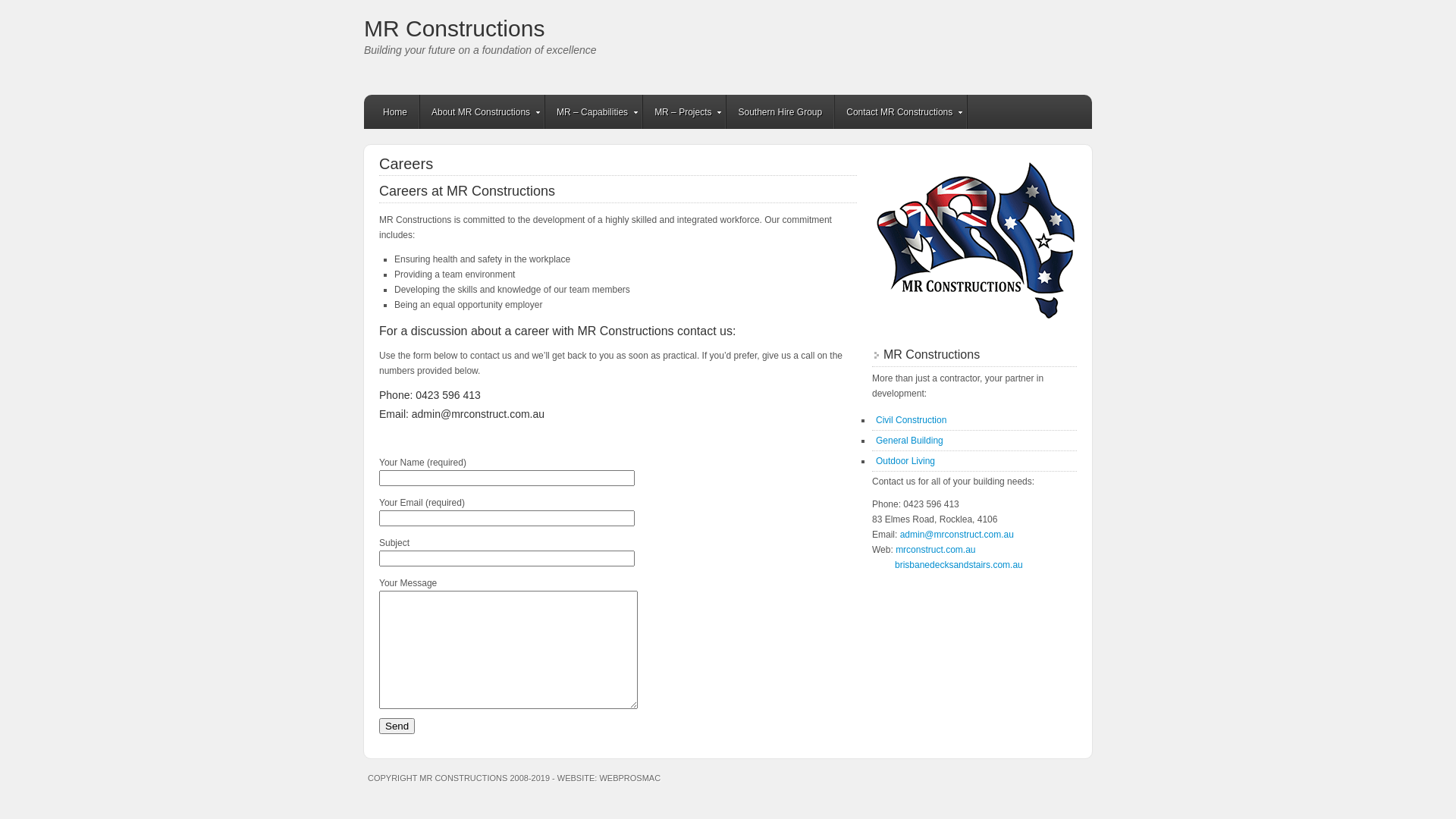  I want to click on 'General Building', so click(909, 441).